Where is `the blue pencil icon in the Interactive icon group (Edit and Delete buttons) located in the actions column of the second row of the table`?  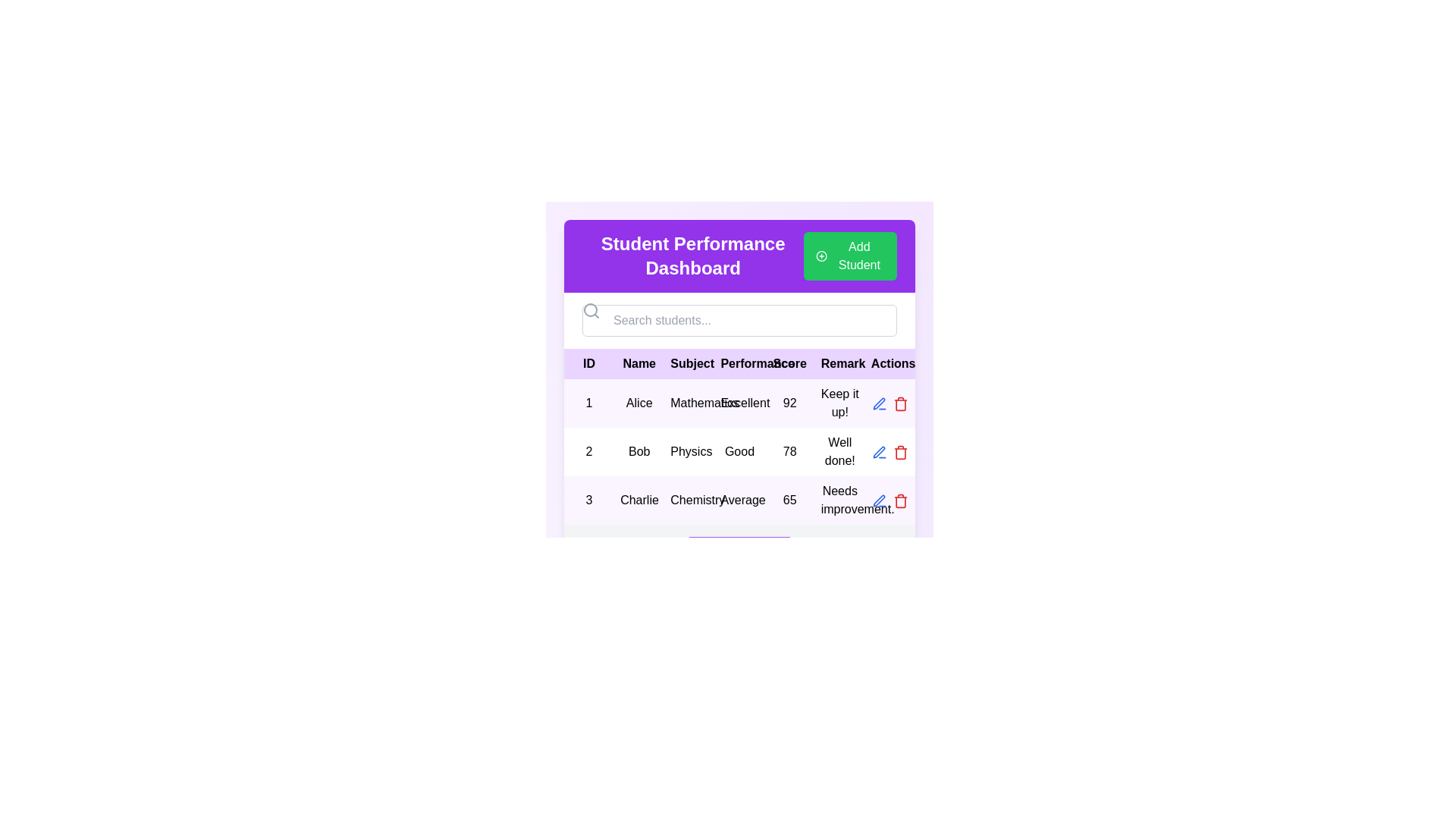 the blue pencil icon in the Interactive icon group (Edit and Delete buttons) located in the actions column of the second row of the table is located at coordinates (890, 451).